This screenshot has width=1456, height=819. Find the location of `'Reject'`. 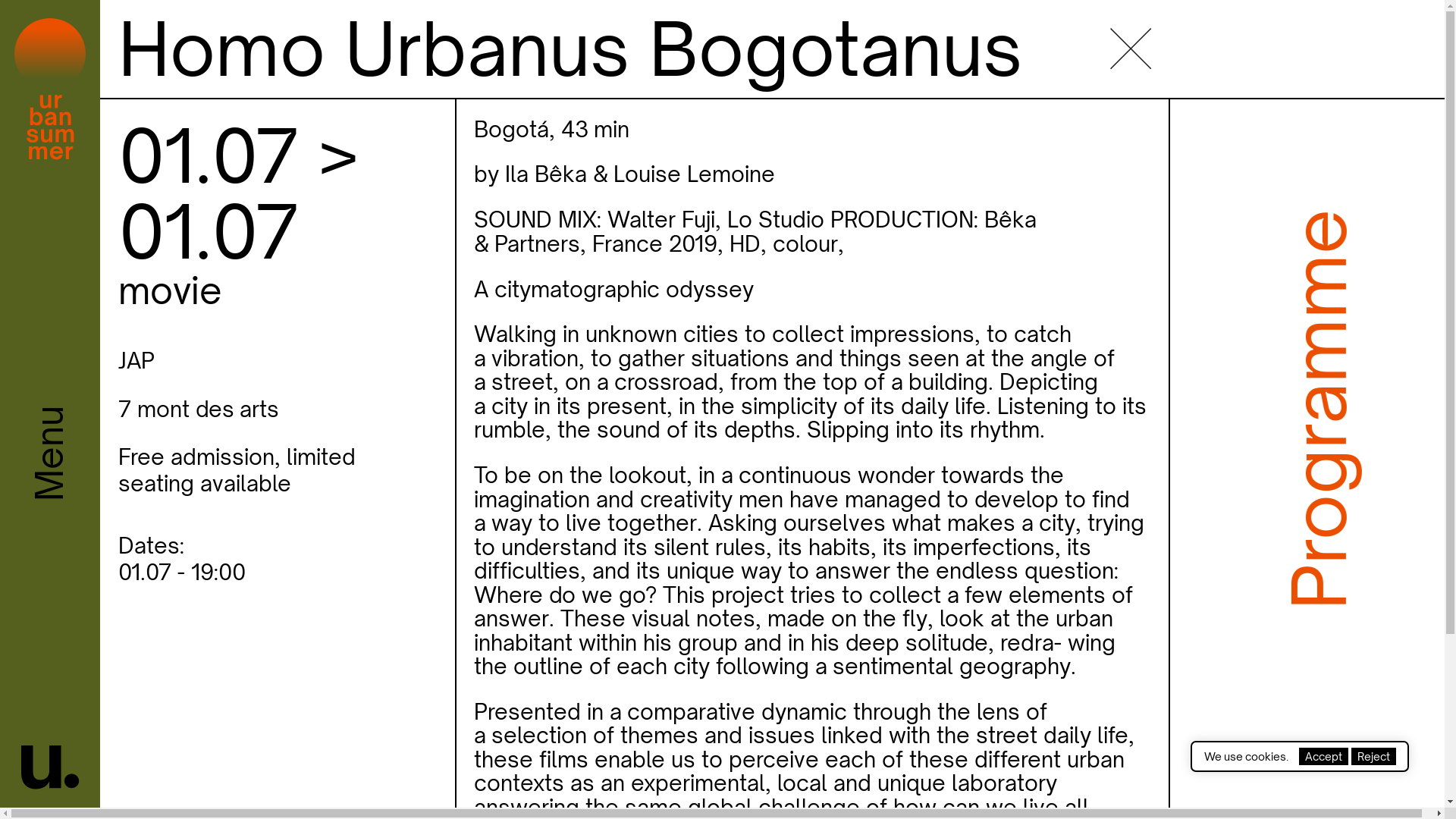

'Reject' is located at coordinates (1373, 756).